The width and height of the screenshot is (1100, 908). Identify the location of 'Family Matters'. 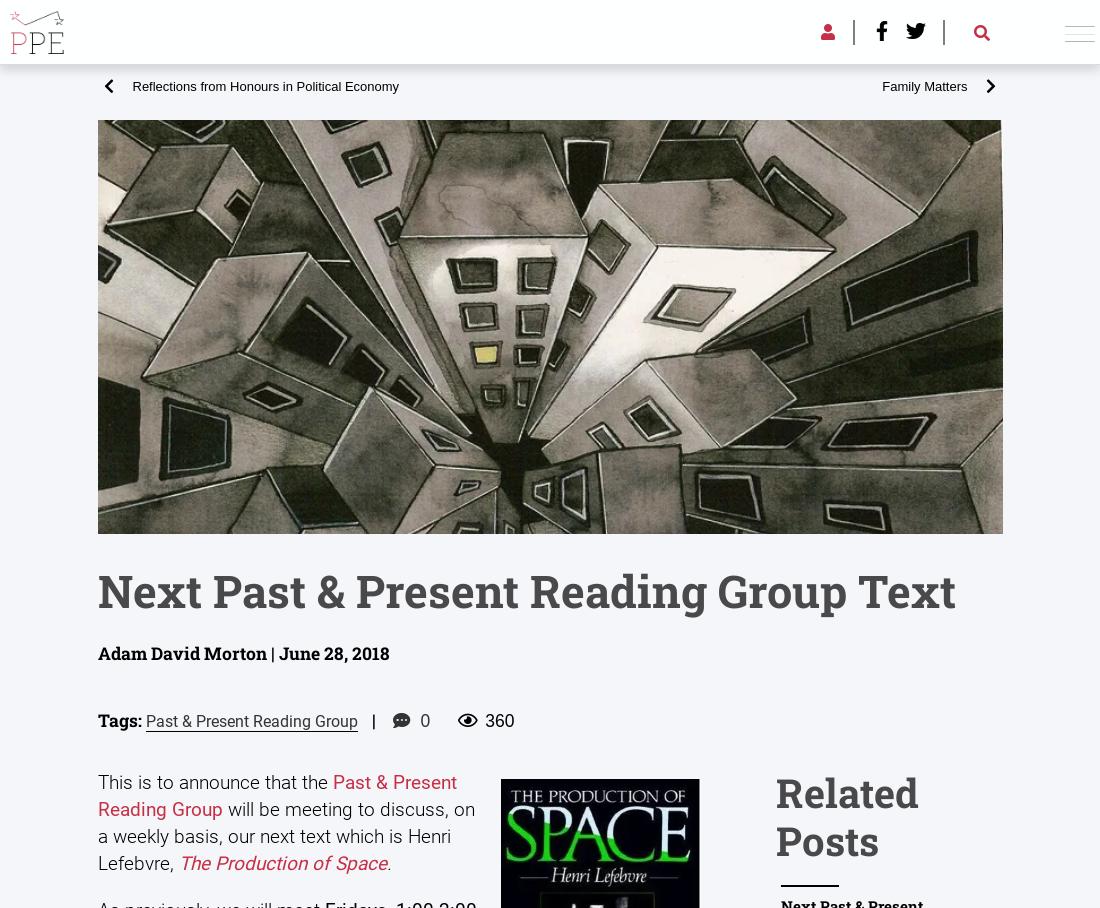
(924, 85).